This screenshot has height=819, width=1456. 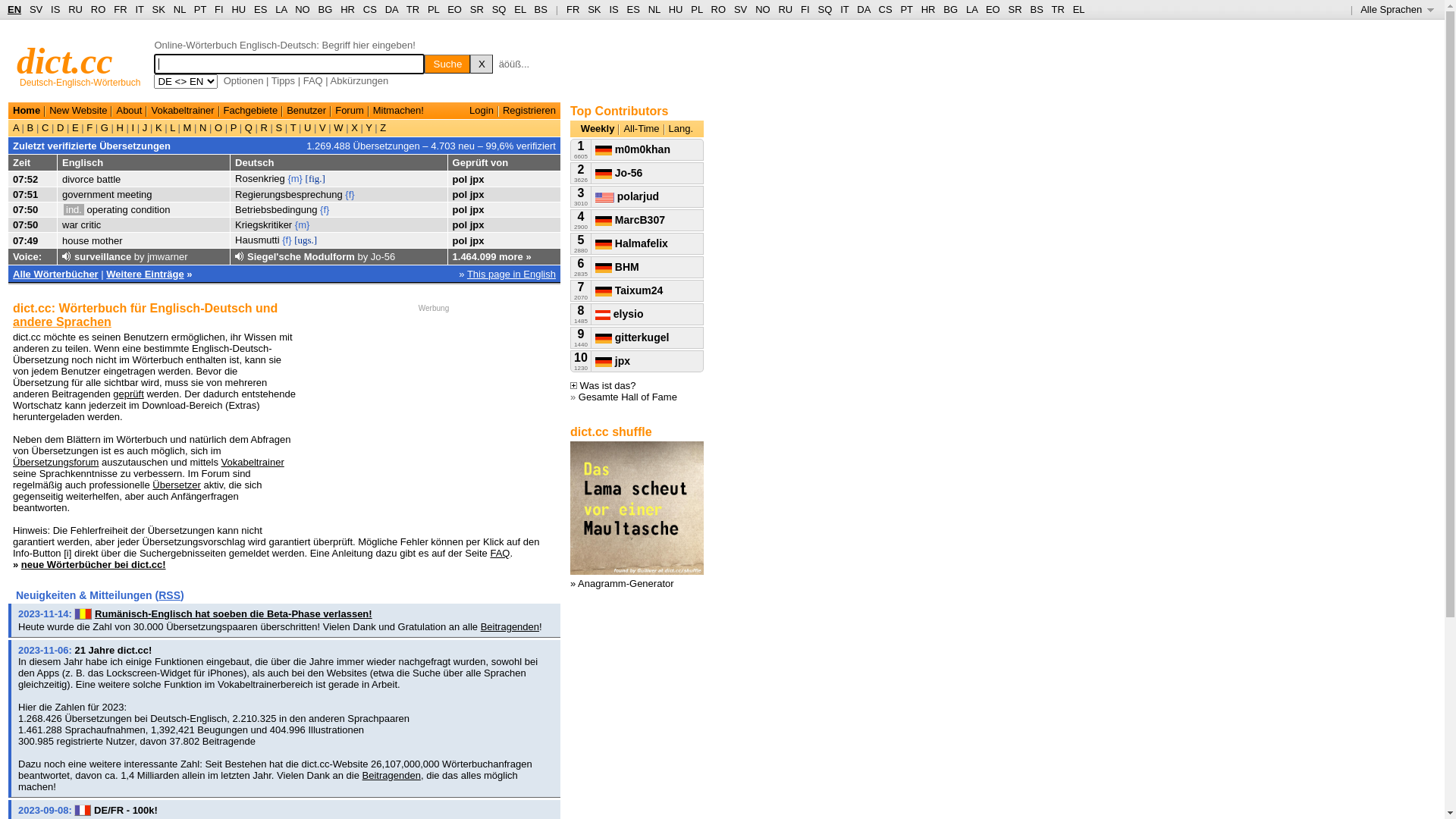 I want to click on 'pol', so click(x=451, y=209).